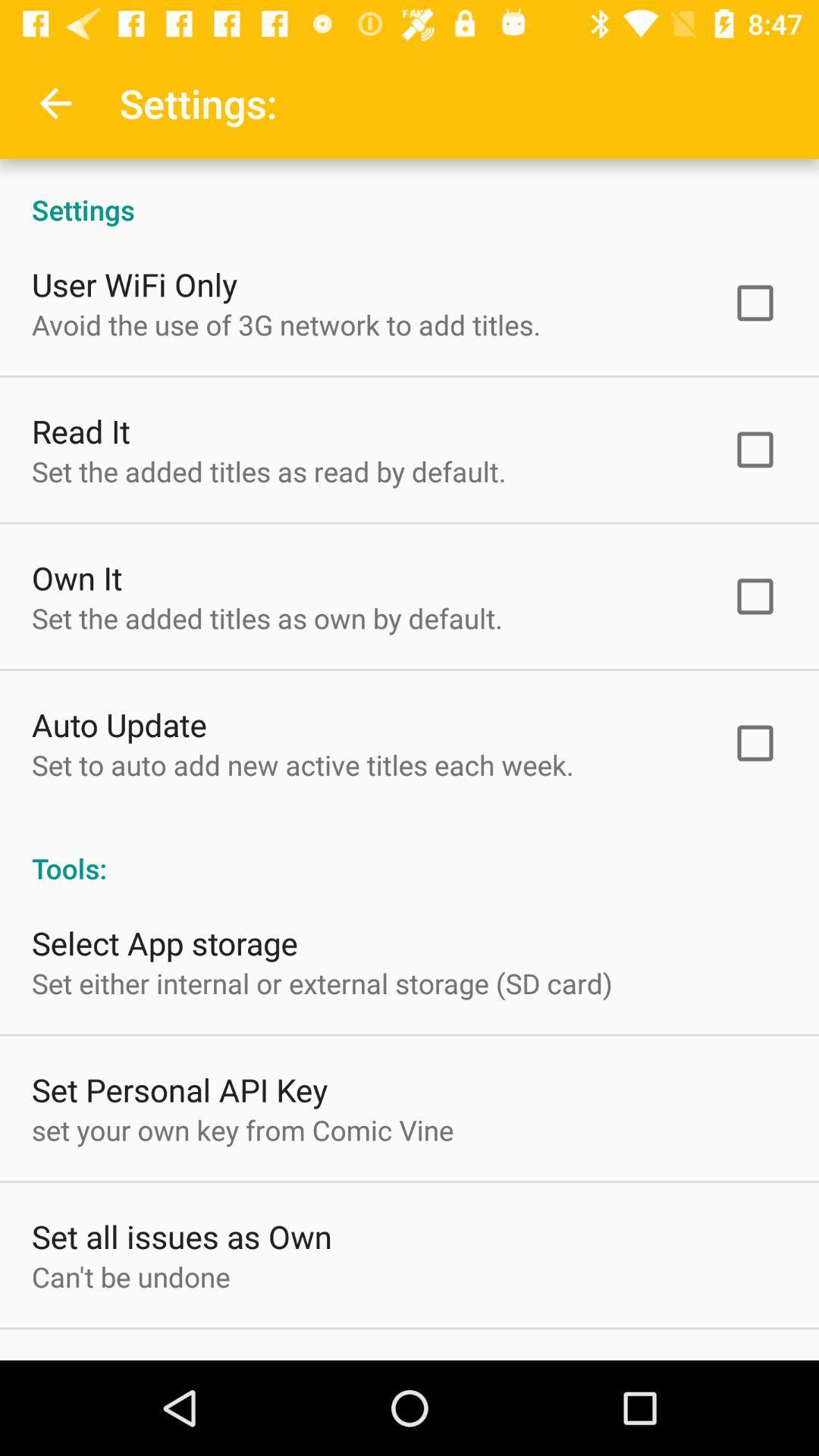  I want to click on set personal api, so click(179, 1088).